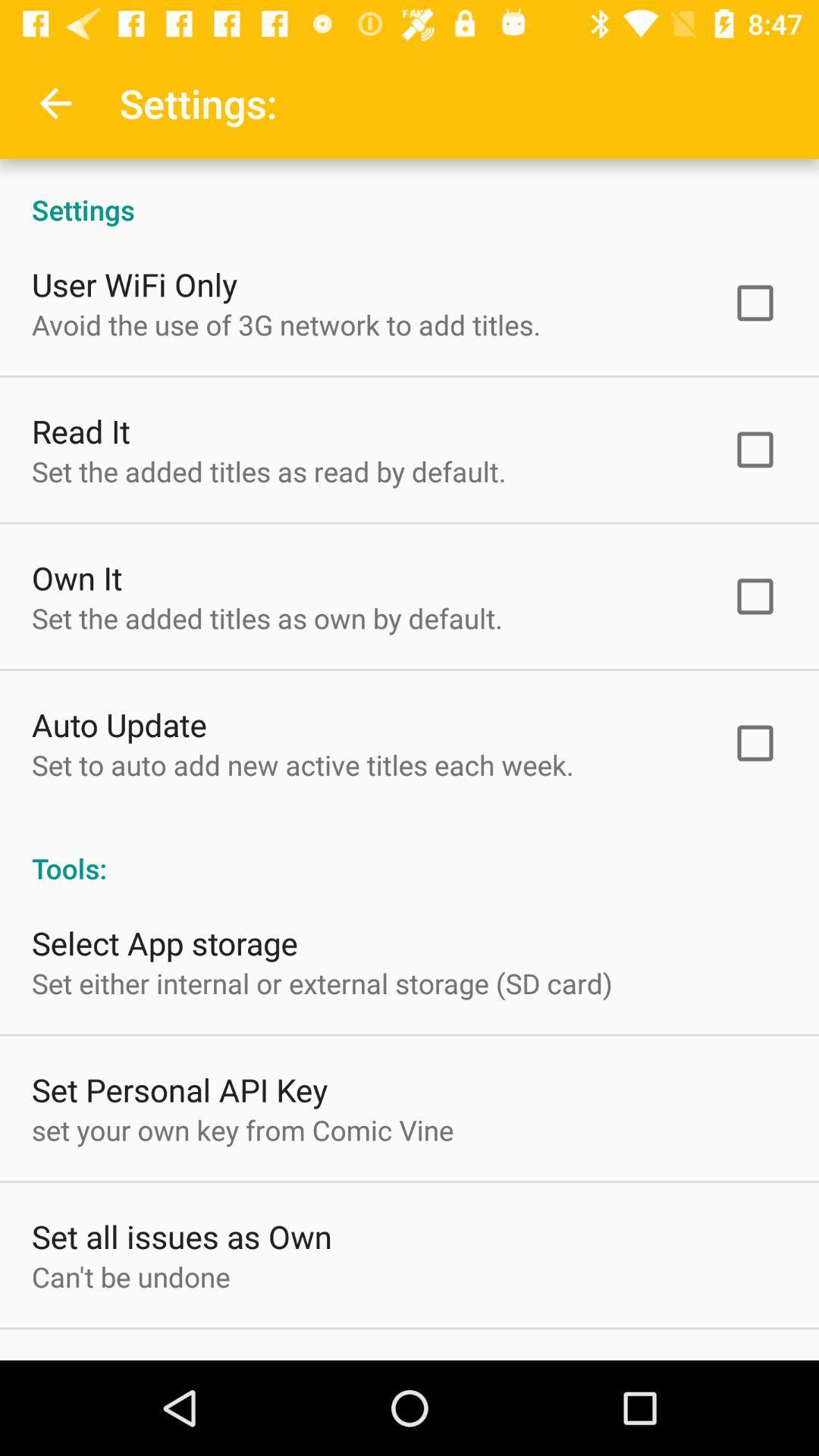  I want to click on set personal api, so click(179, 1088).